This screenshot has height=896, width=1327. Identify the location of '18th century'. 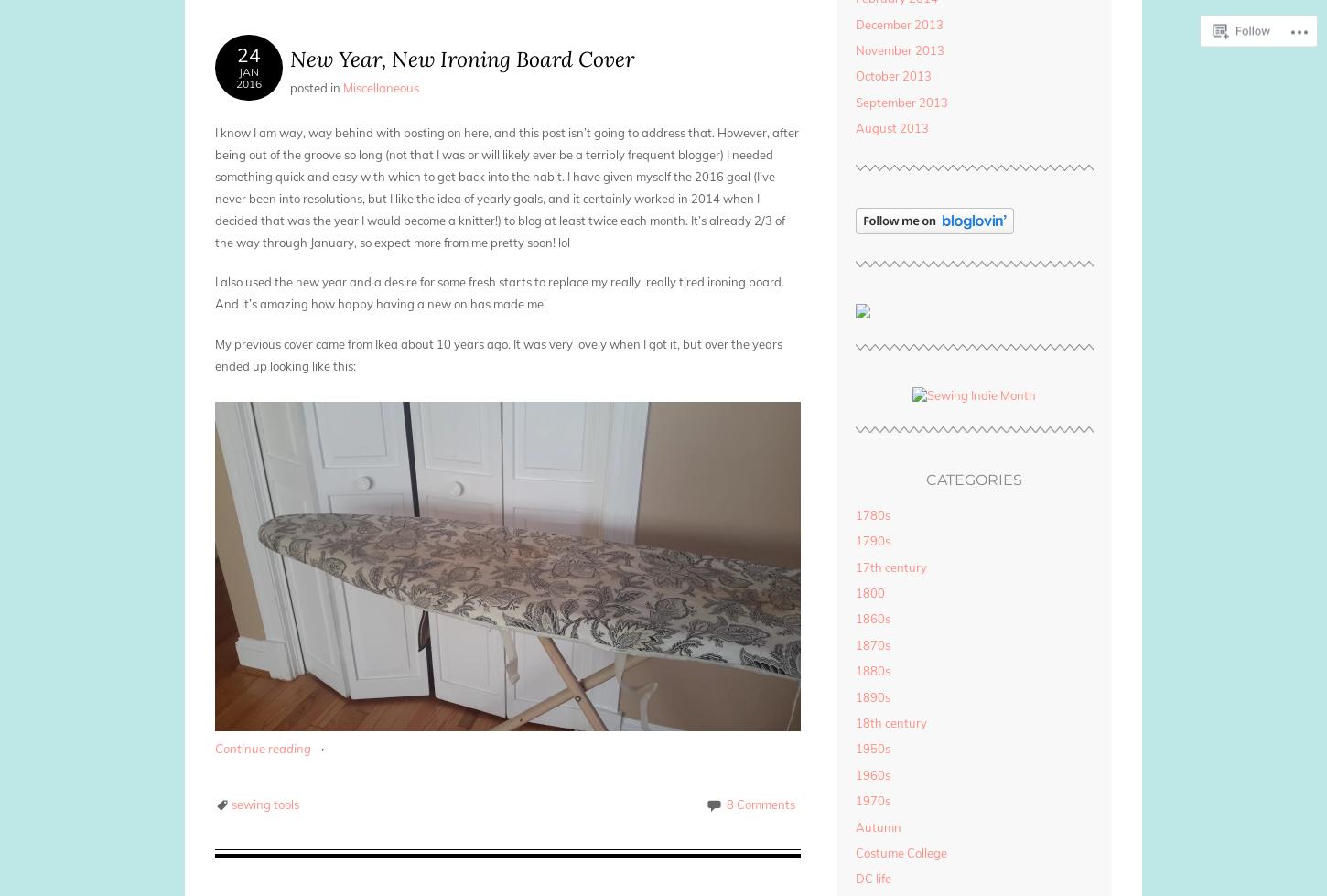
(890, 720).